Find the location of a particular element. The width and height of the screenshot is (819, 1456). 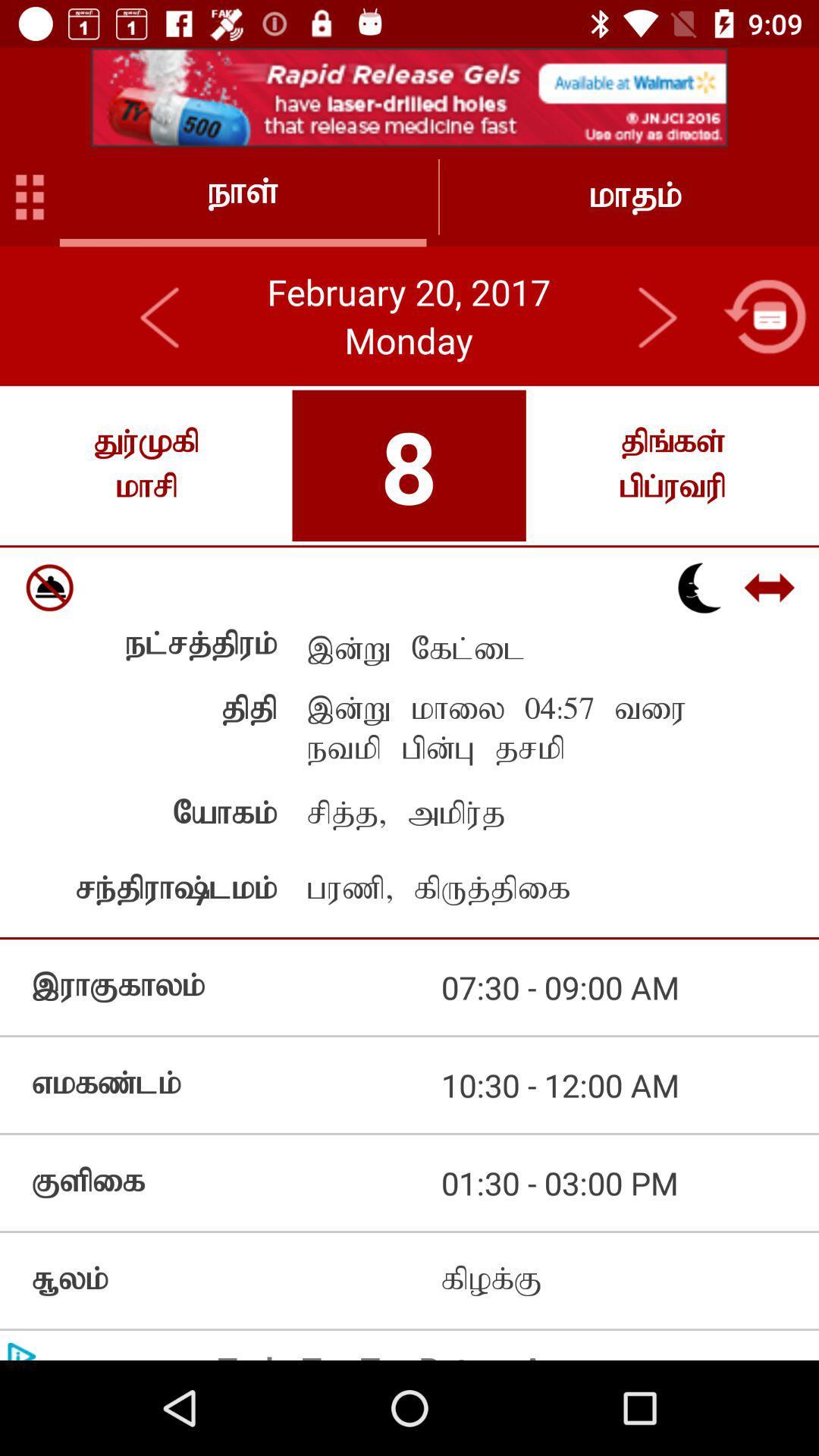

the arrow_forward icon is located at coordinates (656, 315).